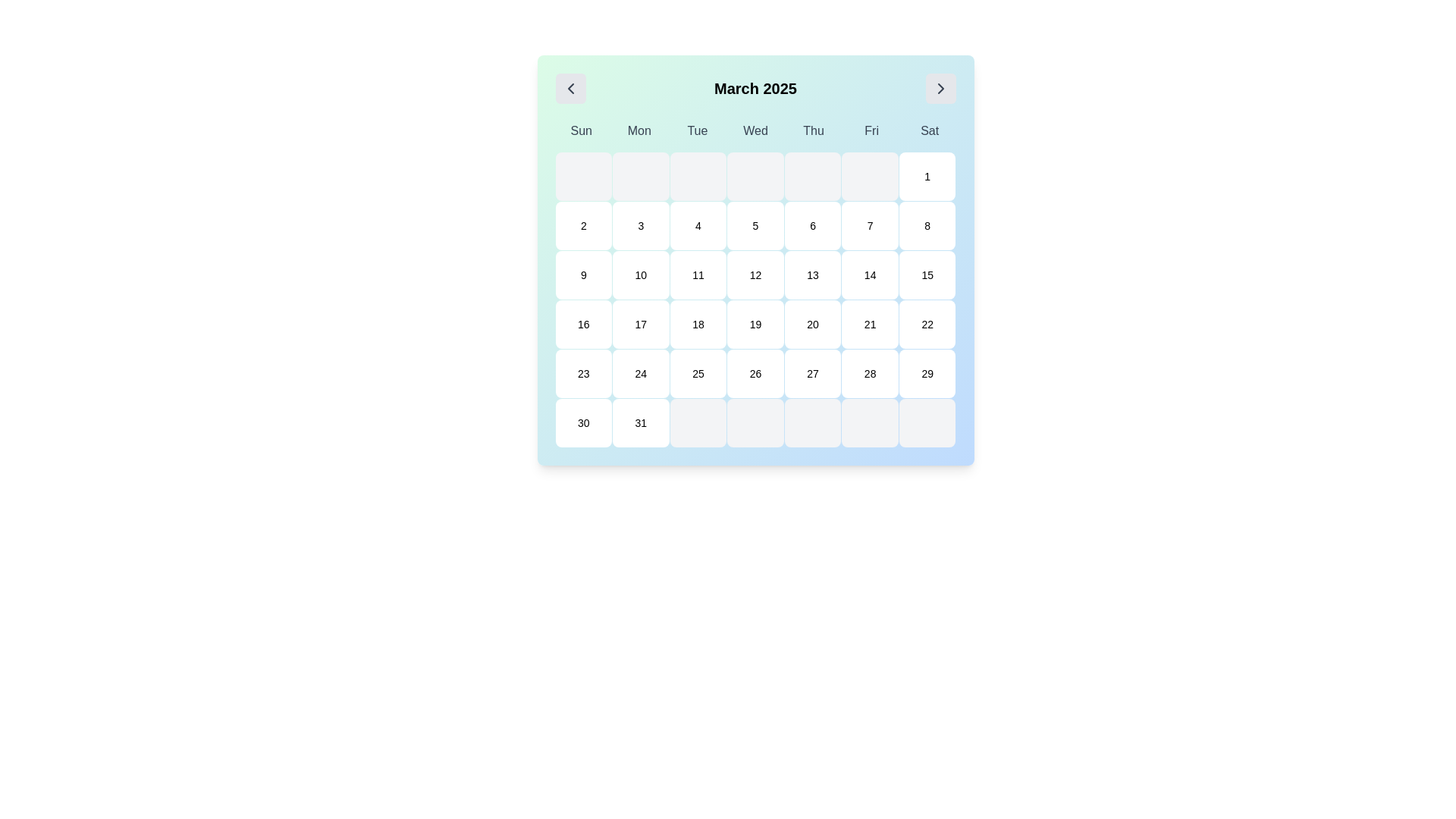 The height and width of the screenshot is (819, 1456). I want to click on the button representing the 31st of March 2025 in the calendar, so click(641, 423).